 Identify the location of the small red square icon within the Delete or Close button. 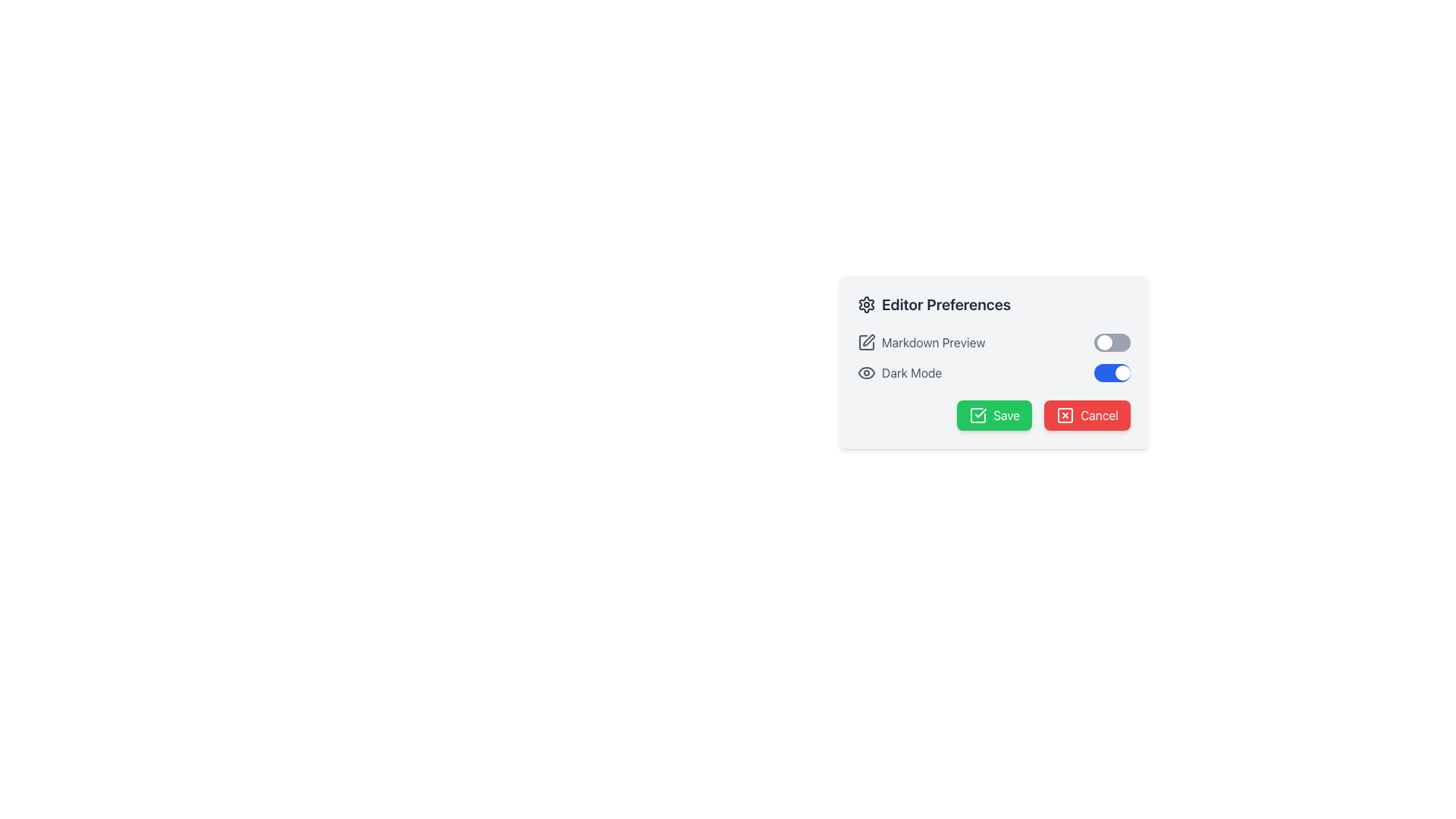
(1065, 415).